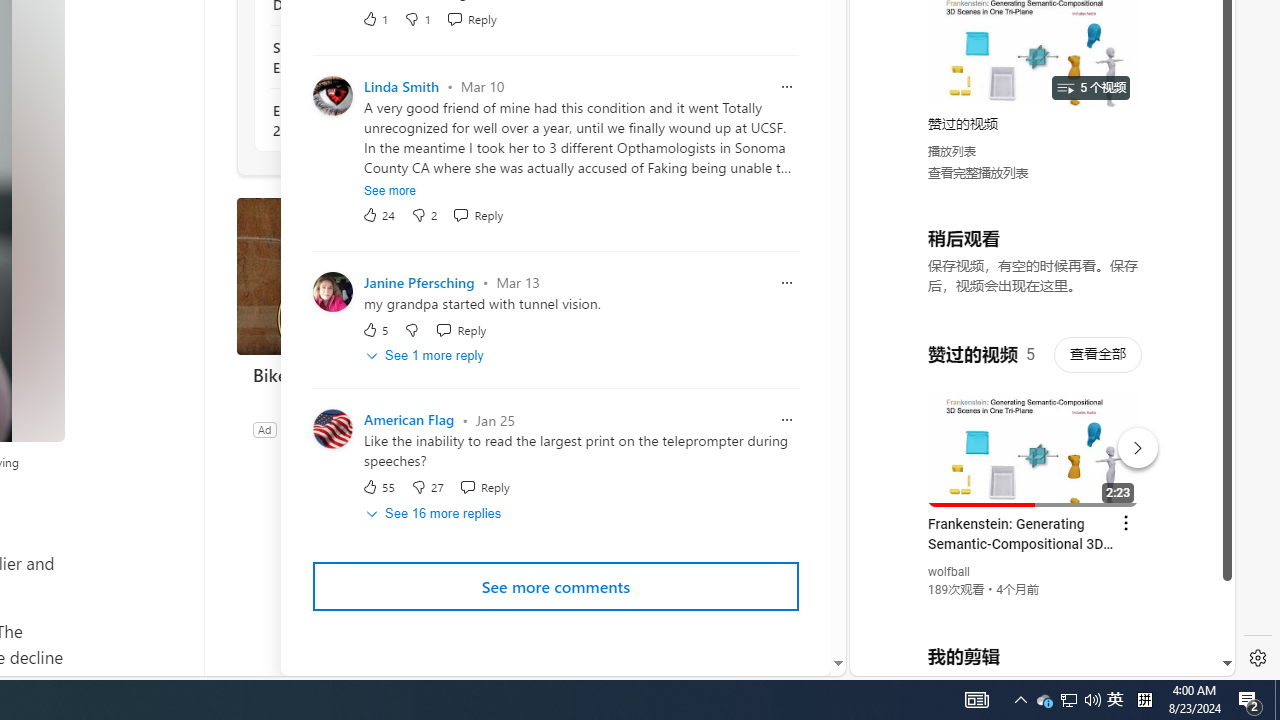  I want to click on 'Janine Pfersching', so click(418, 282).